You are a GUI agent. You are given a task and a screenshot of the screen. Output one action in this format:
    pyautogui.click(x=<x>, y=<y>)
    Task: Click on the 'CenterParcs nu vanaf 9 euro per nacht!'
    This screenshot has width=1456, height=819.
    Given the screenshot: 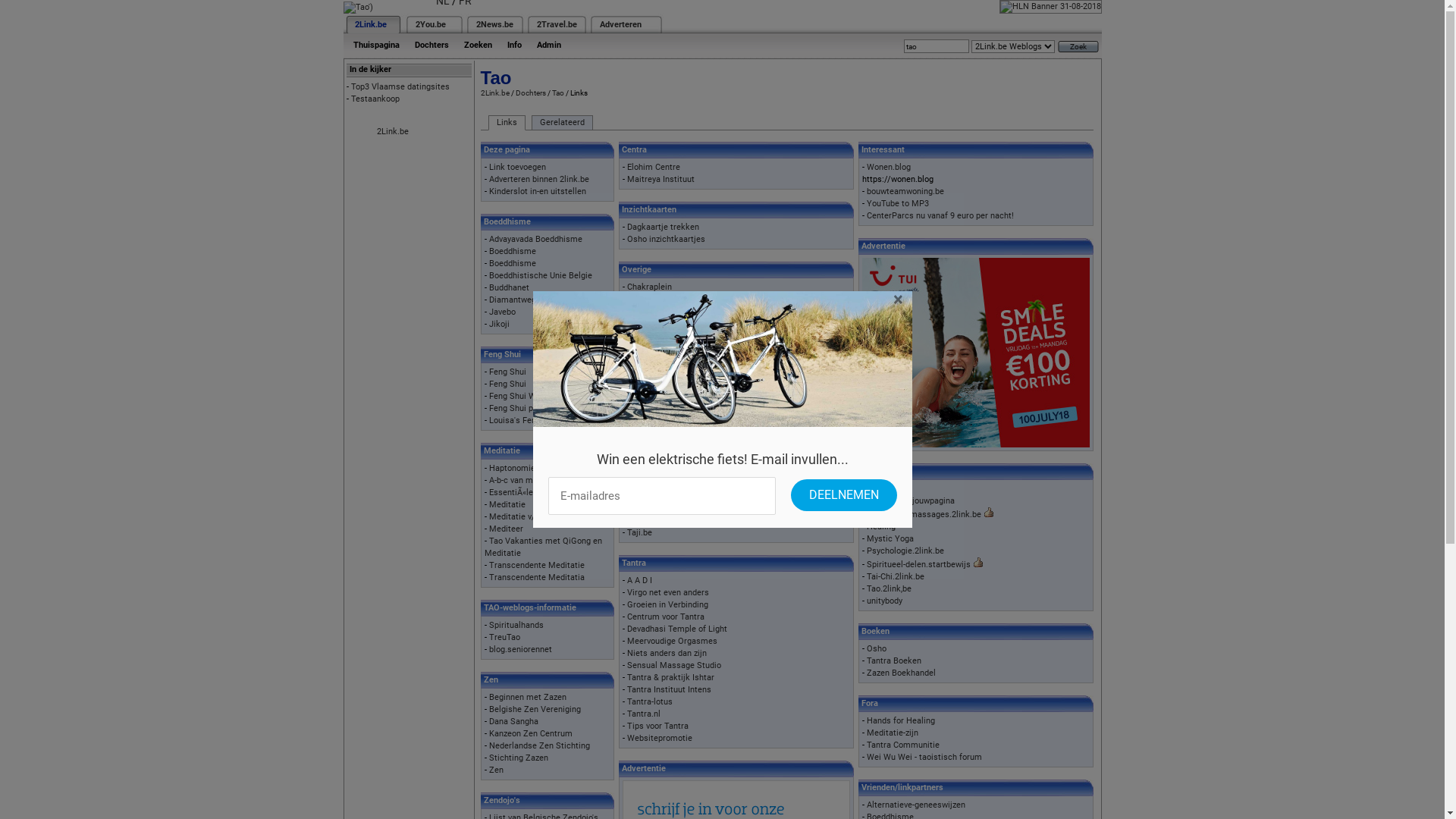 What is the action you would take?
    pyautogui.click(x=938, y=215)
    